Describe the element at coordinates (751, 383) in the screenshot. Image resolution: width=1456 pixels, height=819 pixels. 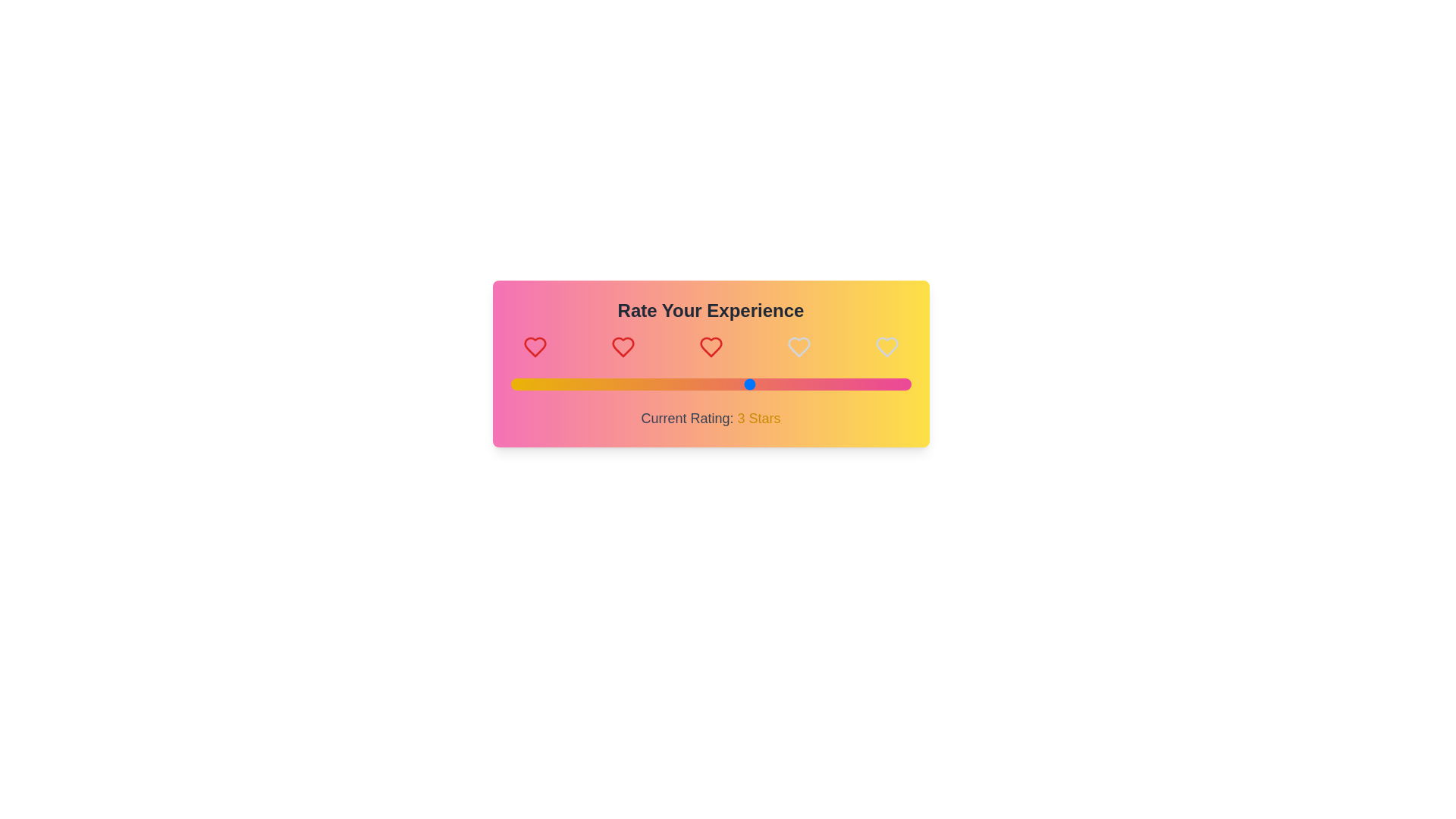
I see `the rating slider to 3 stars` at that location.